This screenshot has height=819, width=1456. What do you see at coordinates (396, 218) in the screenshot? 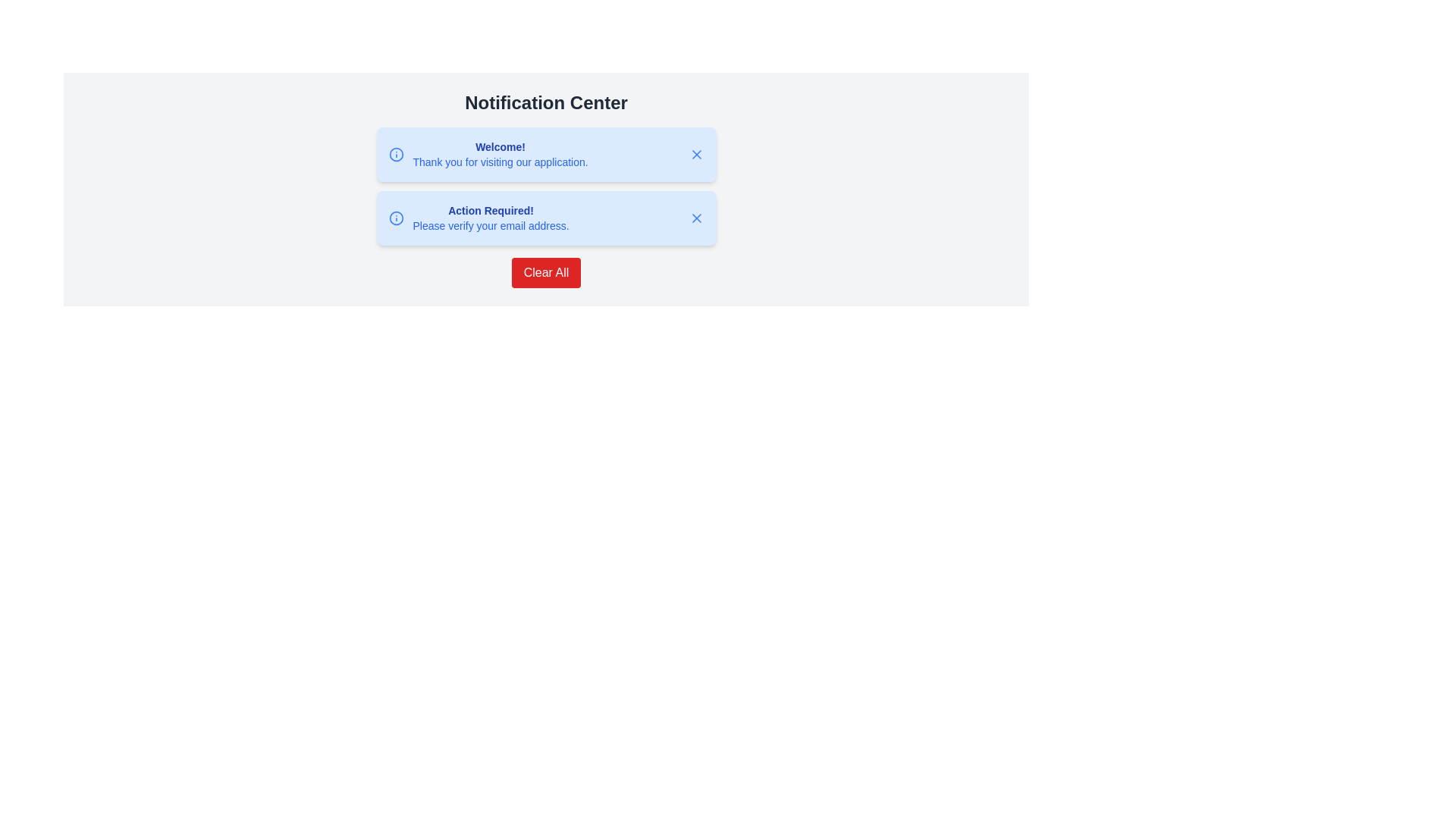
I see `the circular blue informational icon with the letter 'i' in the center, located on the left side of the 'Action Required!' notification card` at bounding box center [396, 218].